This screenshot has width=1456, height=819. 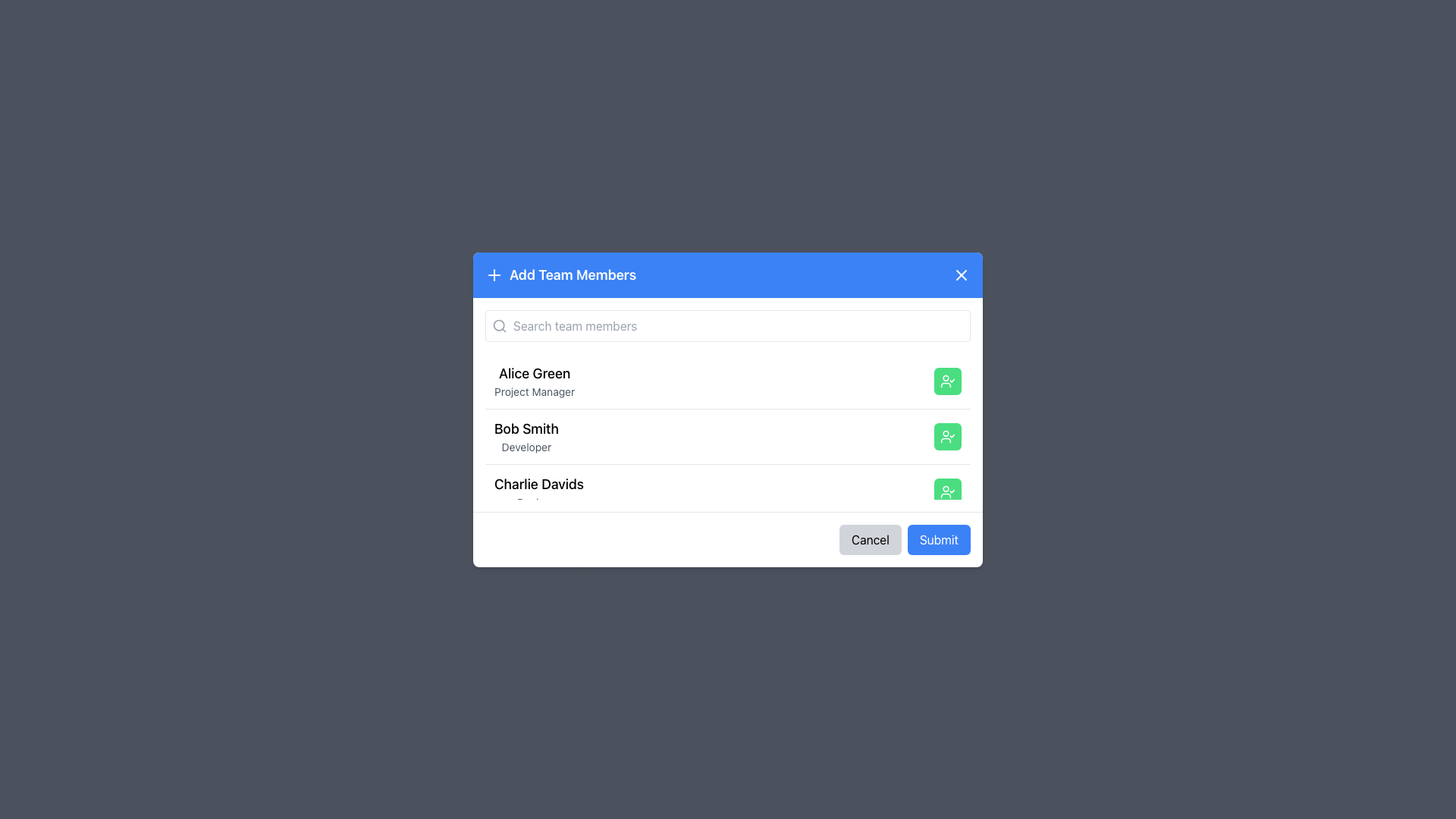 What do you see at coordinates (526, 428) in the screenshot?
I see `the interactive text label displaying the name 'Bob Smith' which is positioned above the 'Developer' label in the user list` at bounding box center [526, 428].